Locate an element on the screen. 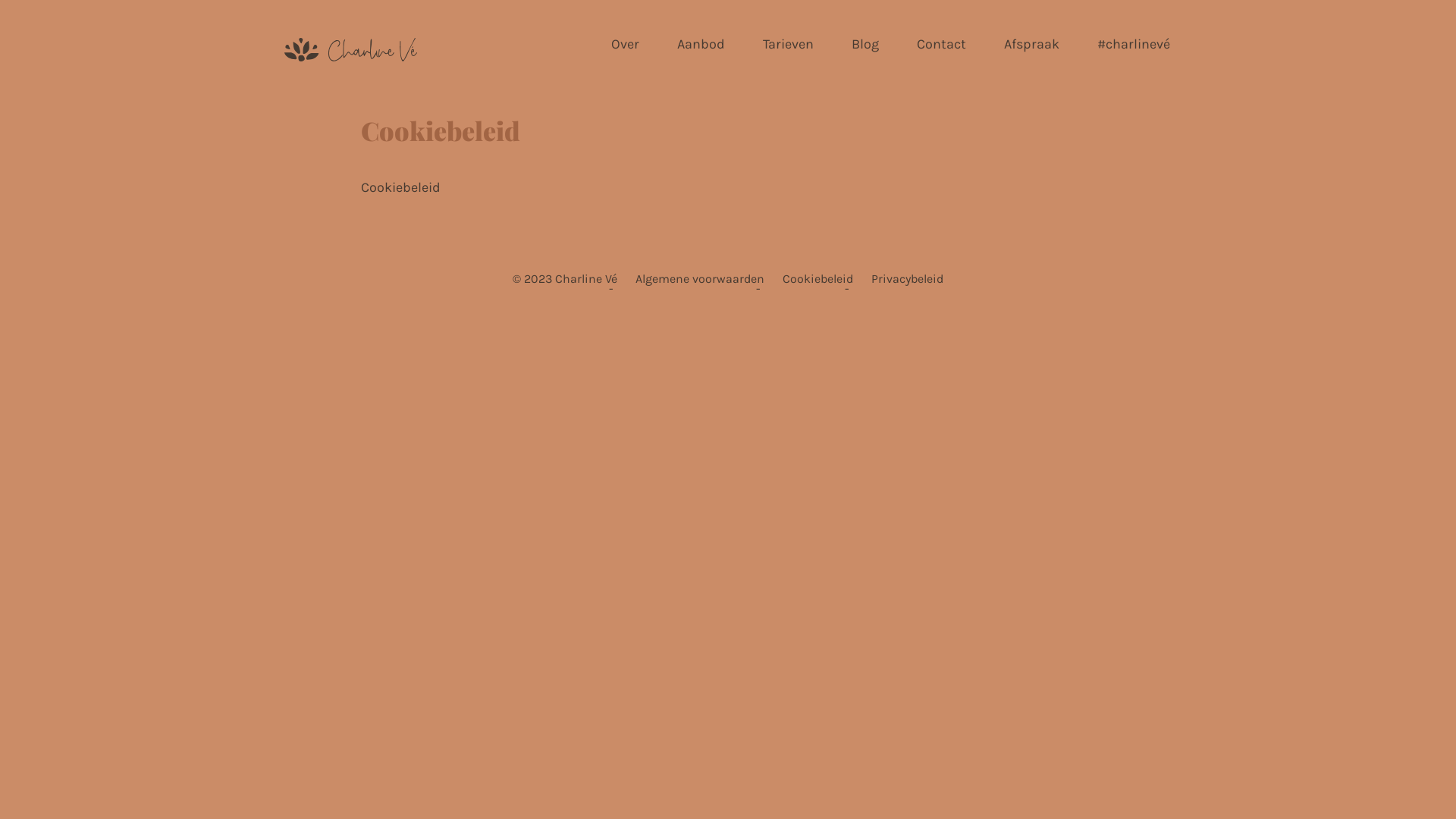  'Tarieven' is located at coordinates (788, 42).